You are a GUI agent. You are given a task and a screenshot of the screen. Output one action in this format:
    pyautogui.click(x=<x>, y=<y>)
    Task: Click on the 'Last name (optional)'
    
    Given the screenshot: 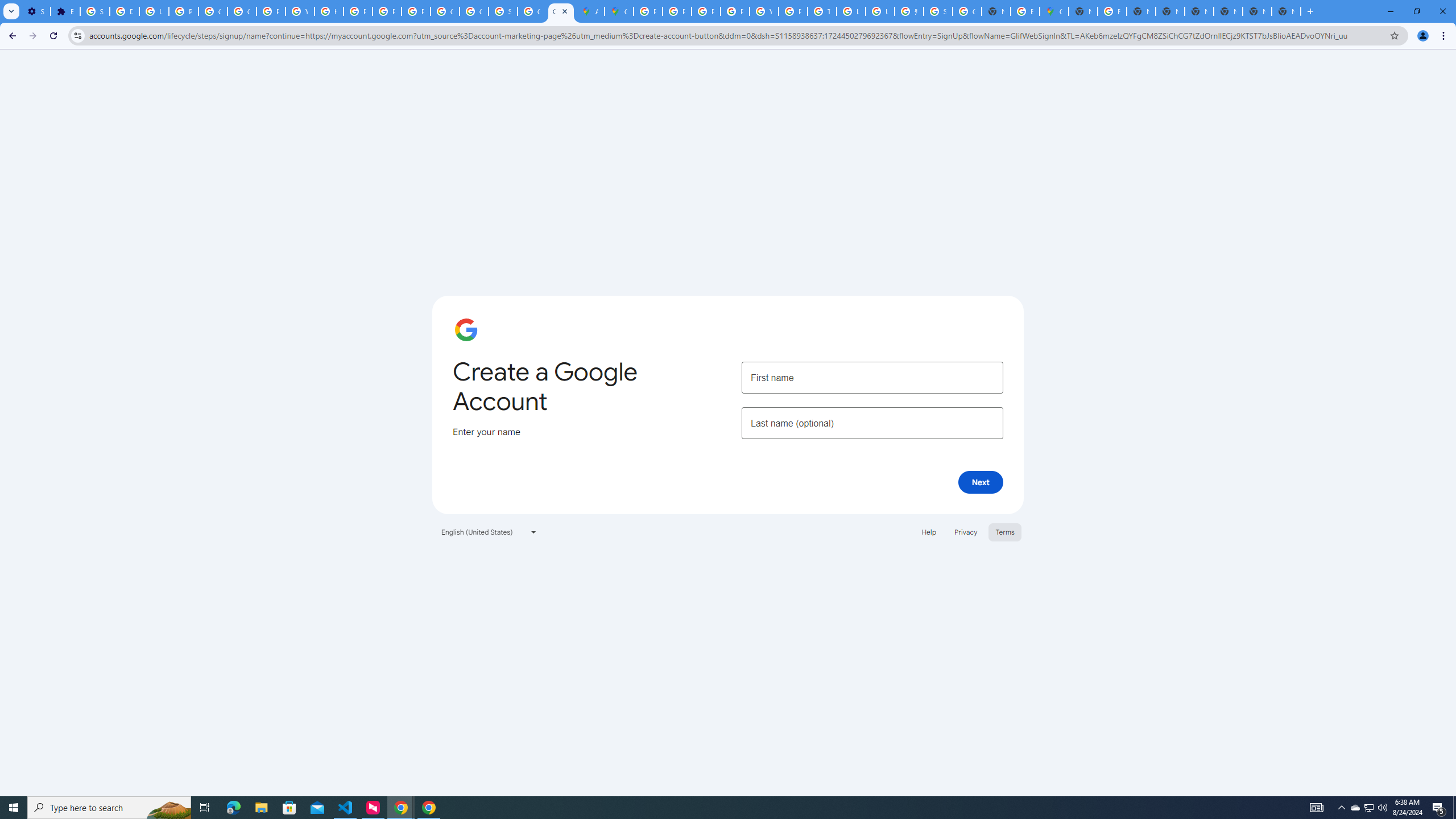 What is the action you would take?
    pyautogui.click(x=871, y=422)
    